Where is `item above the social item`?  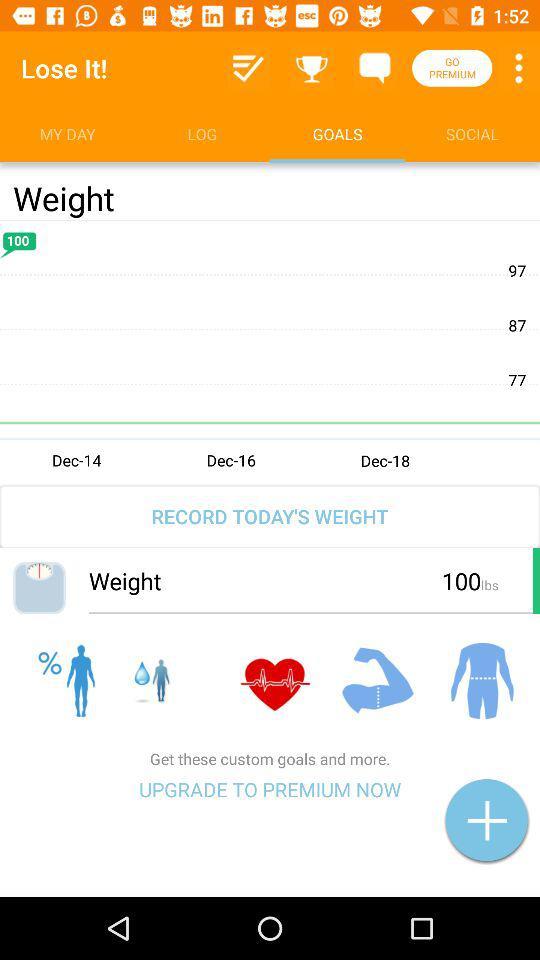
item above the social item is located at coordinates (518, 68).